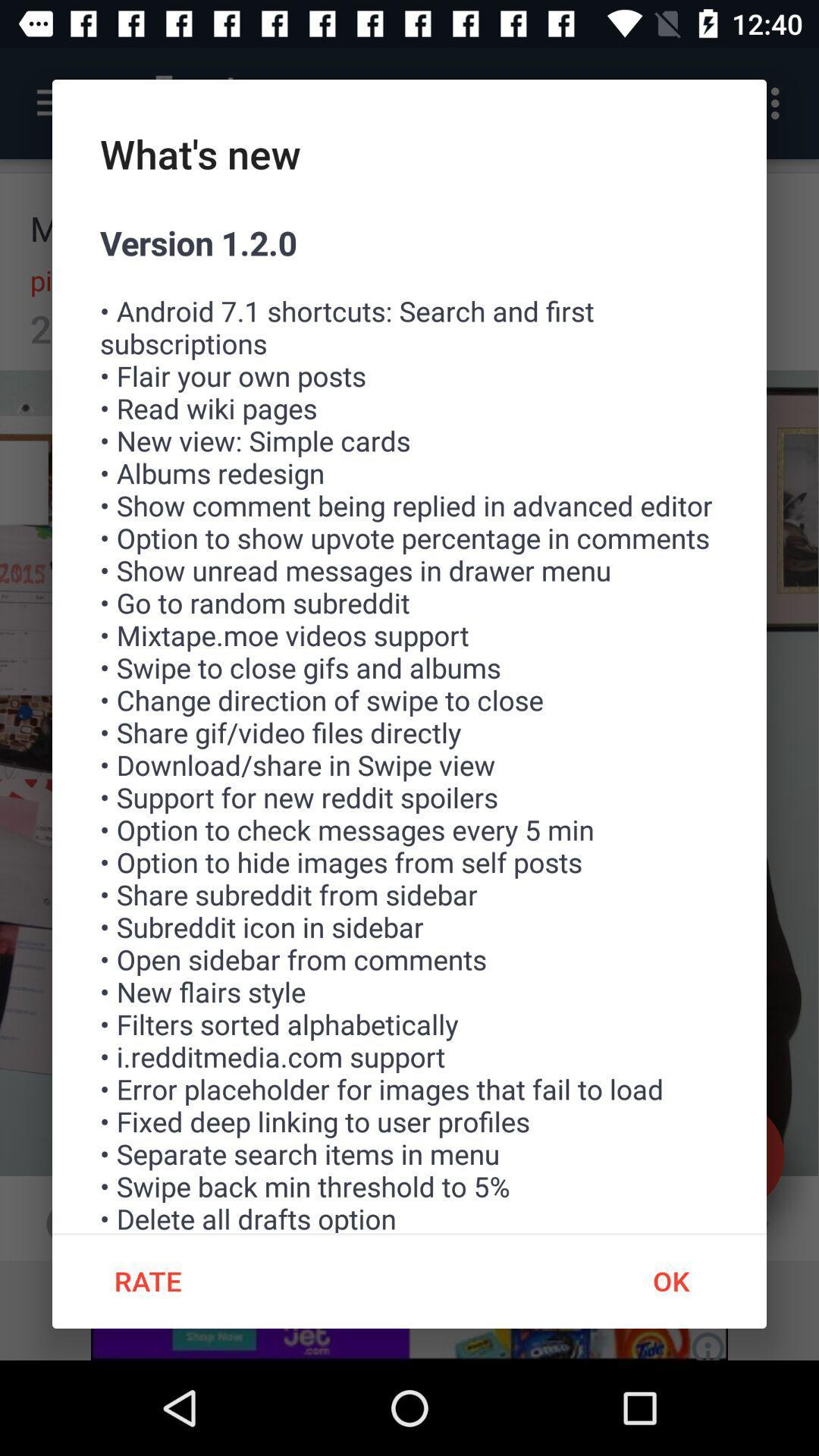 This screenshot has width=819, height=1456. I want to click on icon below version 1 2, so click(670, 1280).